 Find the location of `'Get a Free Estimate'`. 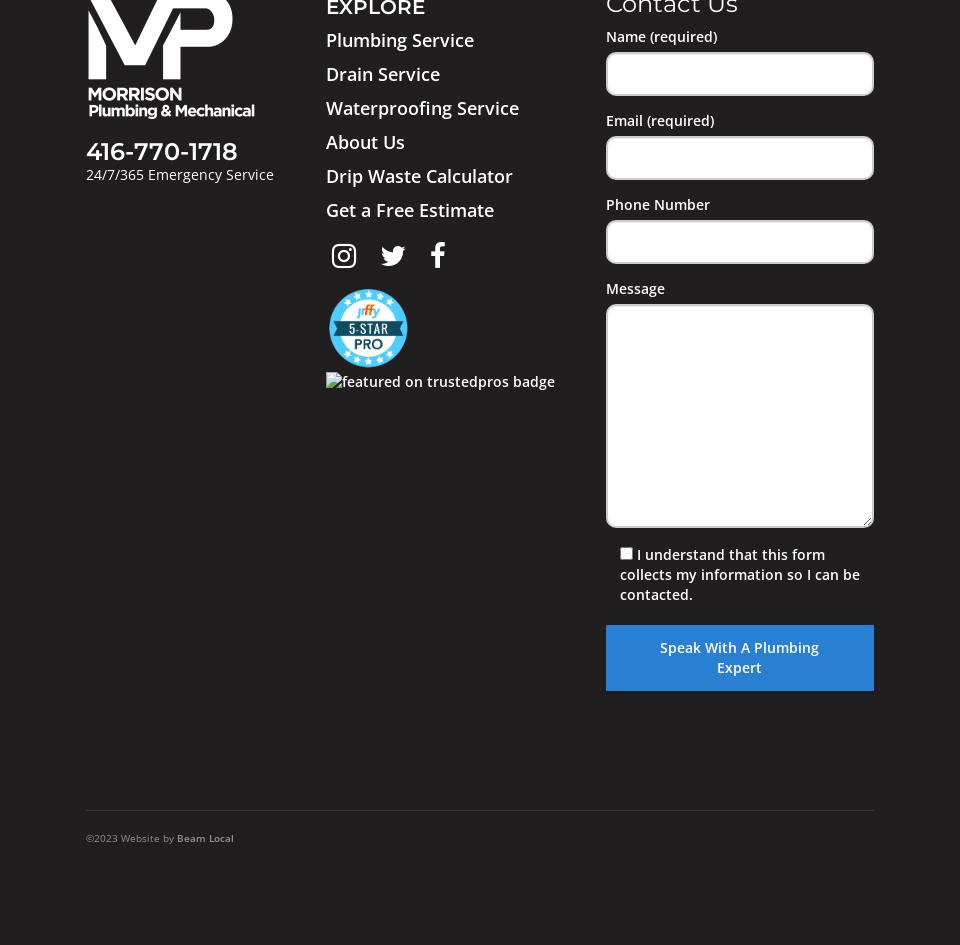

'Get a Free Estimate' is located at coordinates (407, 208).